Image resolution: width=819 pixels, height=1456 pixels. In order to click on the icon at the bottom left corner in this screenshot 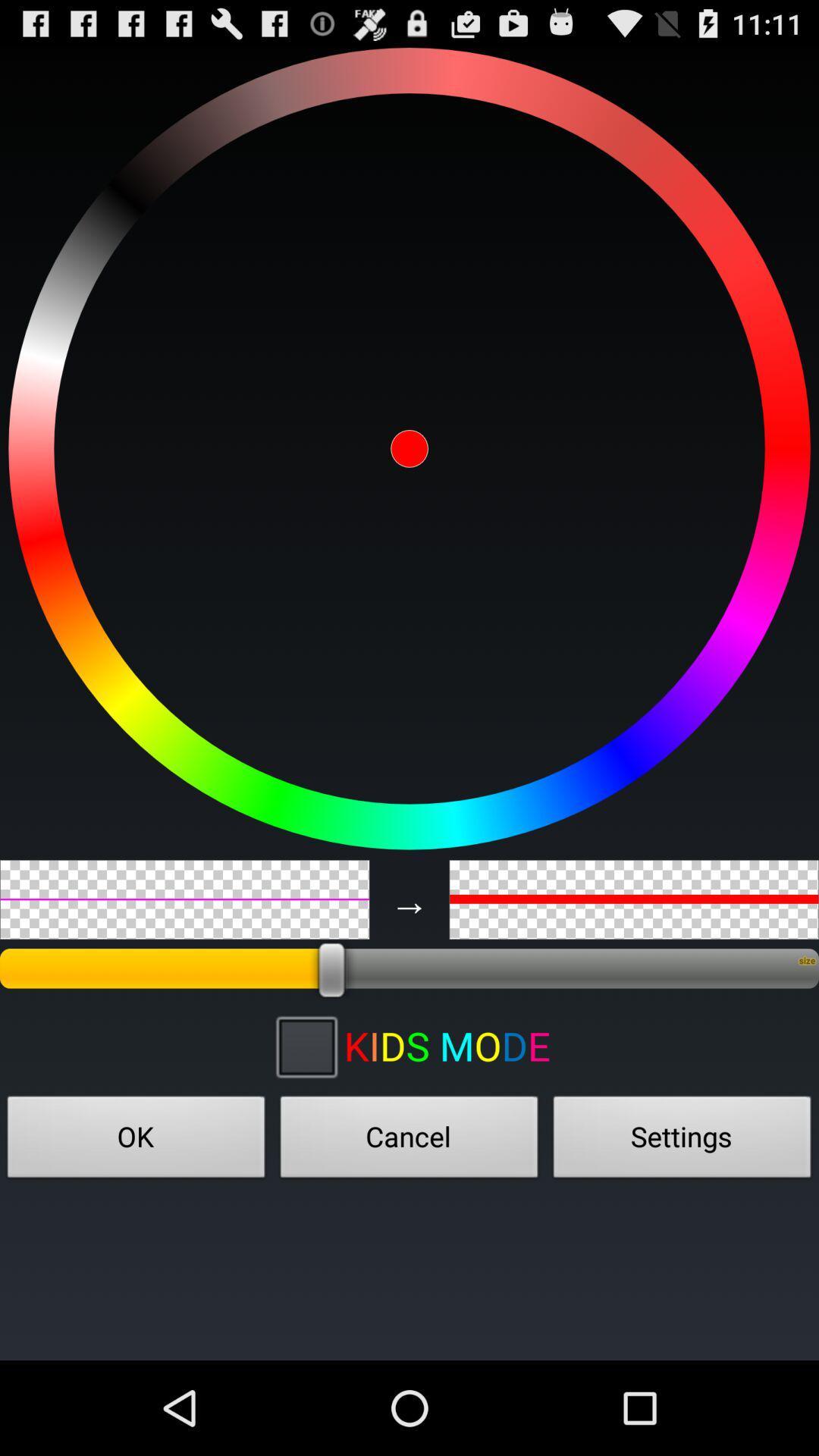, I will do `click(136, 1141)`.